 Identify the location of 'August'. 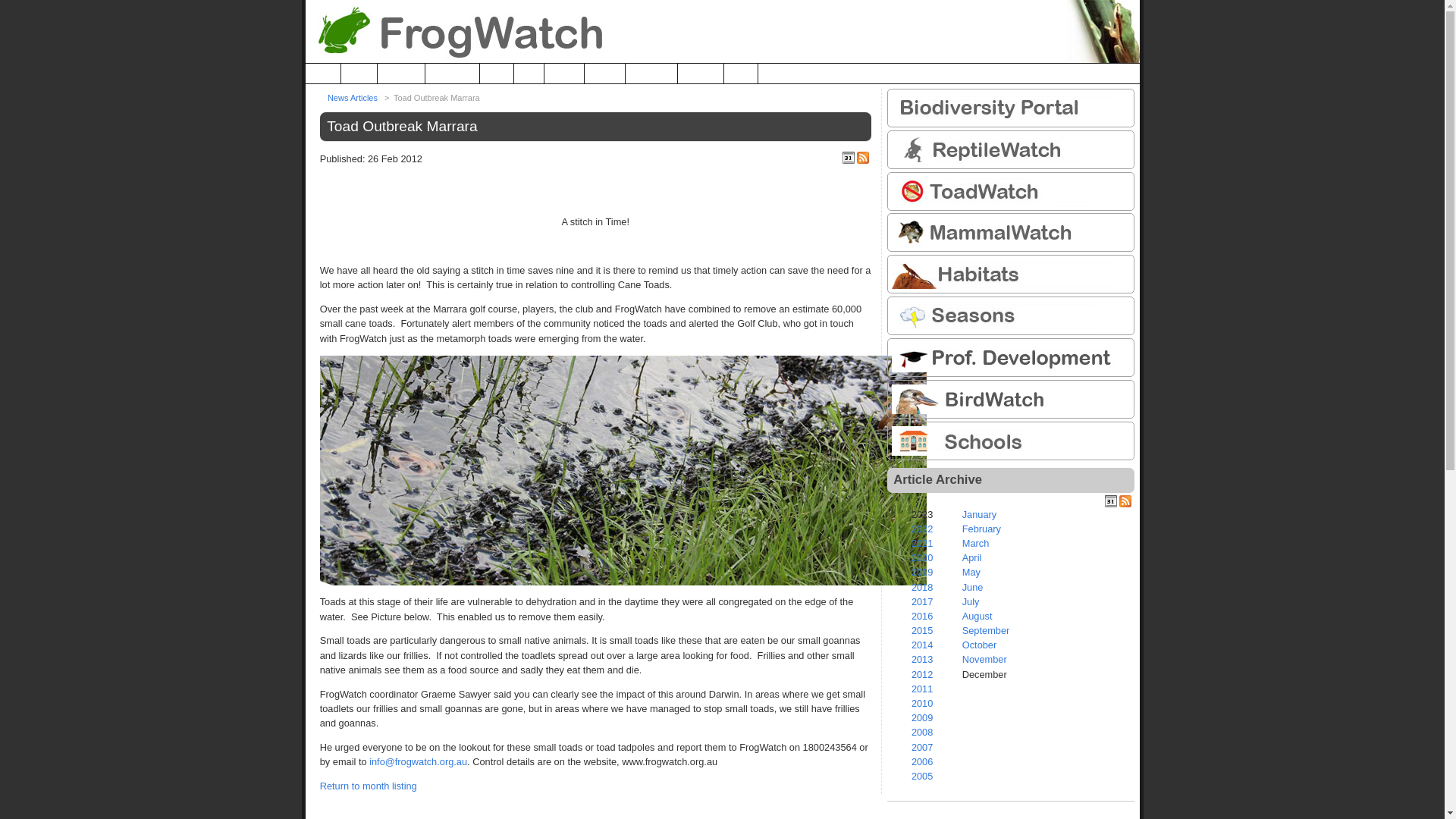
(961, 616).